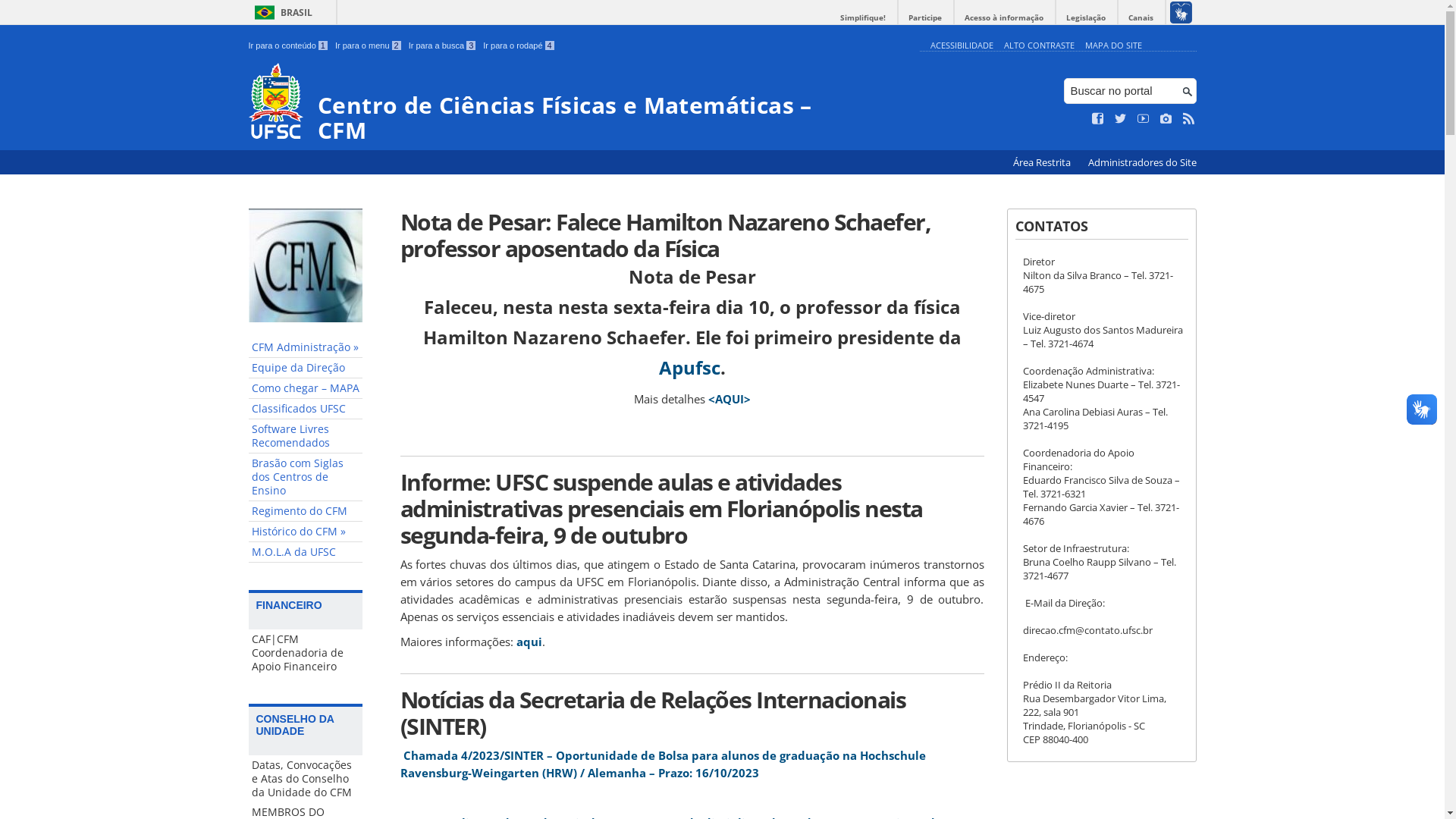 The image size is (1456, 819). Describe the element at coordinates (528, 641) in the screenshot. I see `'aqui'` at that location.